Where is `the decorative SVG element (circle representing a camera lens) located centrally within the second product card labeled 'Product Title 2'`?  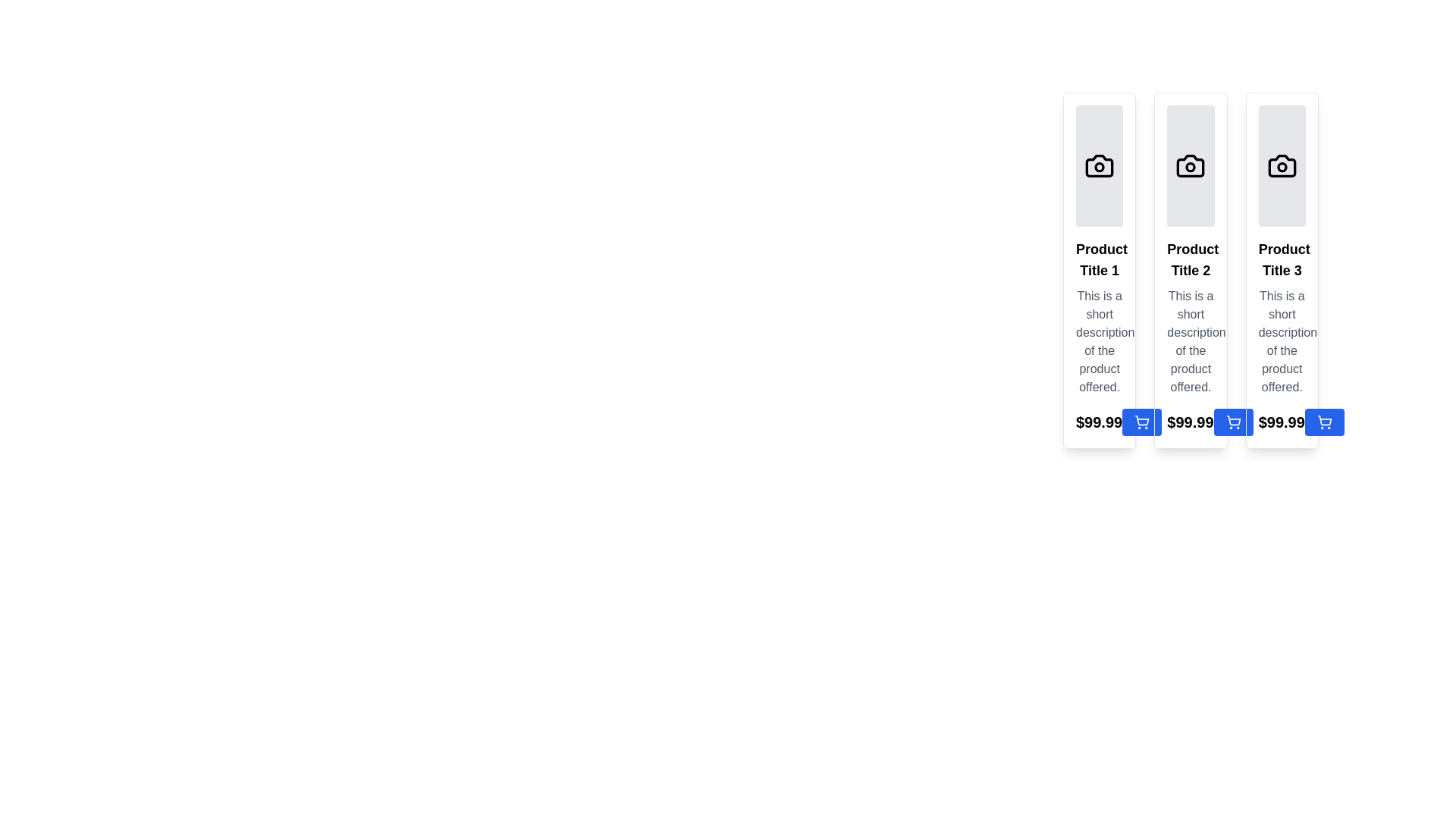 the decorative SVG element (circle representing a camera lens) located centrally within the second product card labeled 'Product Title 2' is located at coordinates (1190, 167).